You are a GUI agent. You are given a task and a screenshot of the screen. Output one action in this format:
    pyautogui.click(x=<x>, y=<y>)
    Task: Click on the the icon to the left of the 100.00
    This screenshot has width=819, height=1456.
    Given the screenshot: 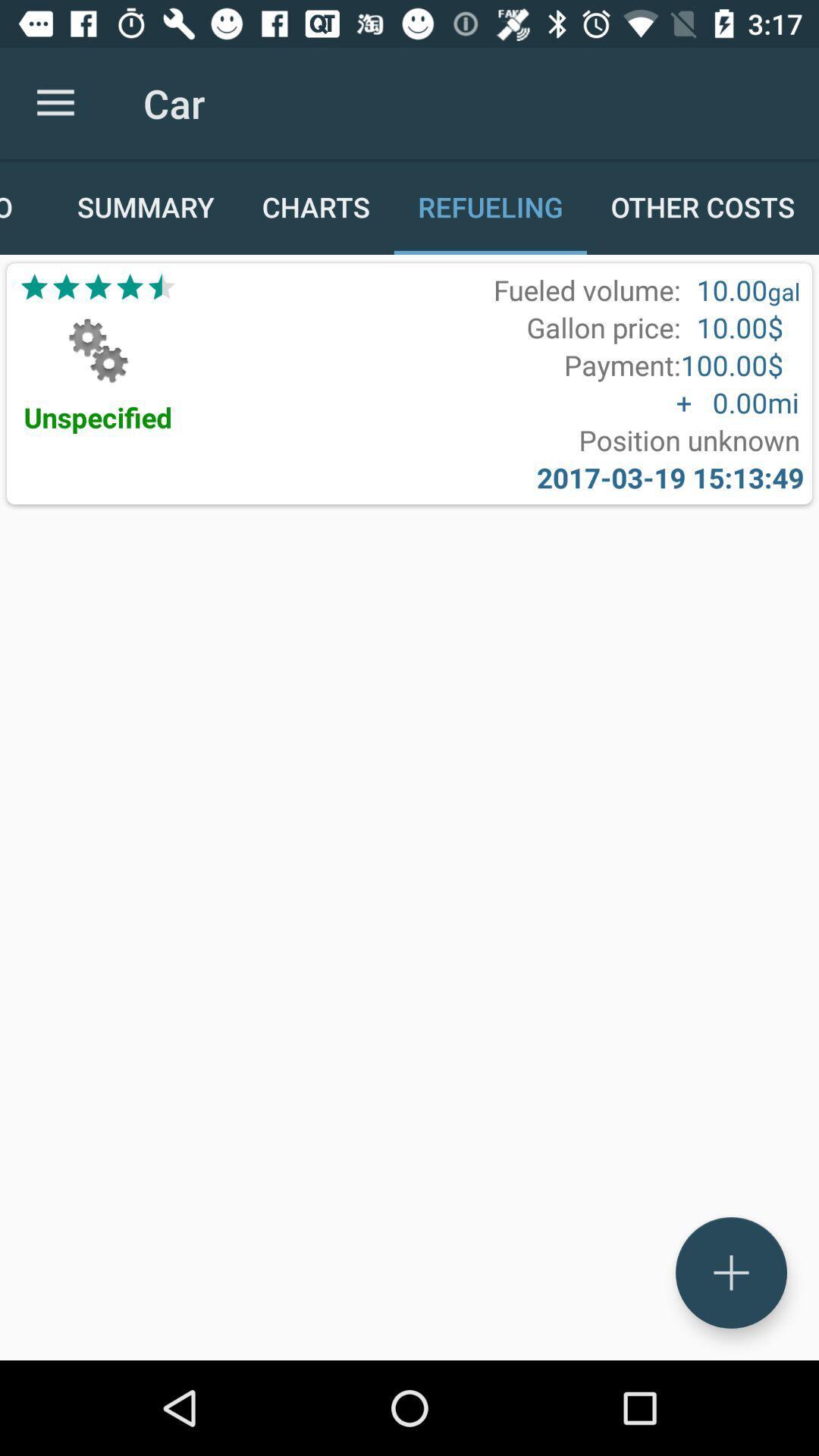 What is the action you would take?
    pyautogui.click(x=622, y=365)
    